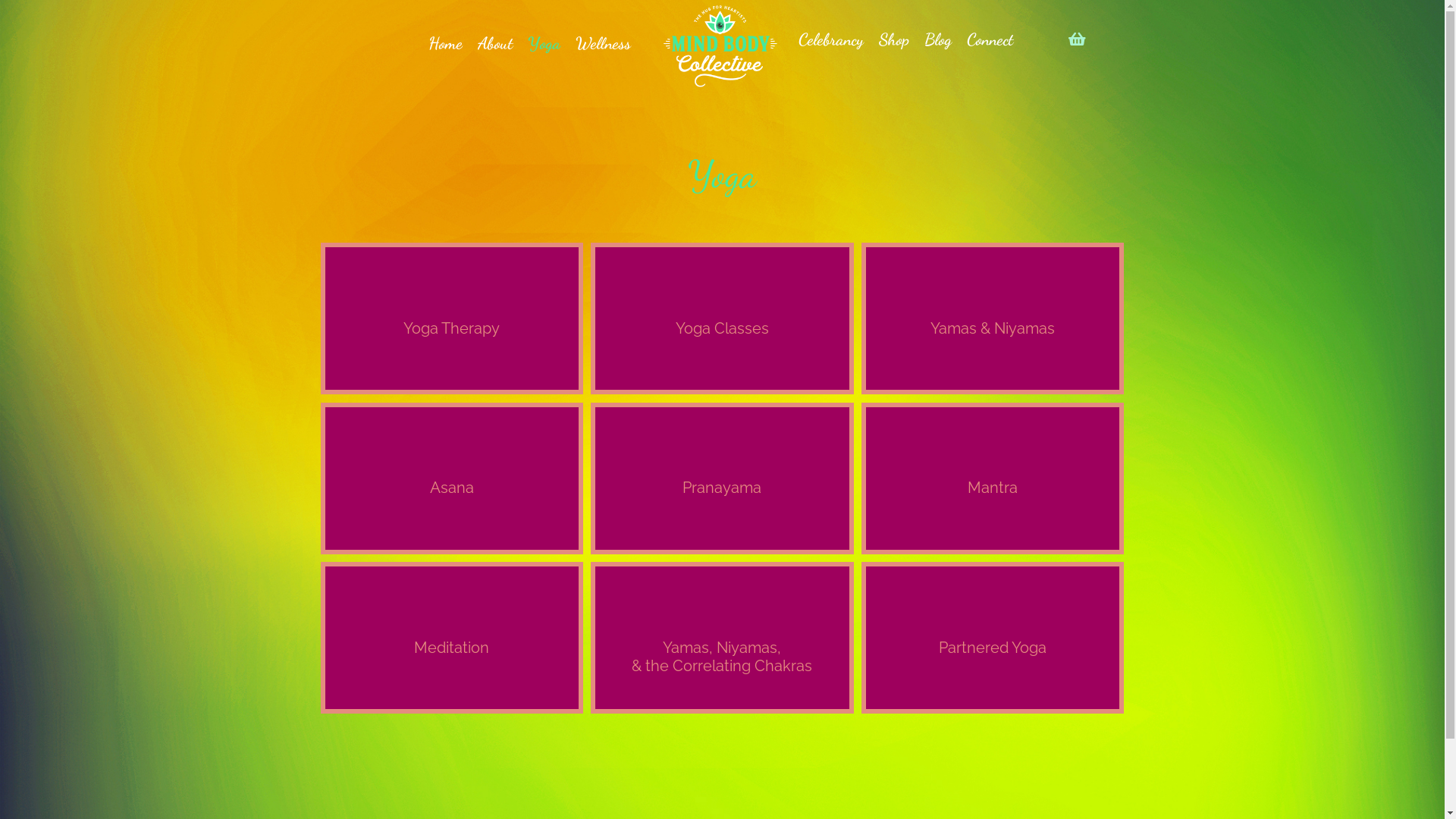 The image size is (1456, 819). What do you see at coordinates (450, 318) in the screenshot?
I see `'Yoga Therapy'` at bounding box center [450, 318].